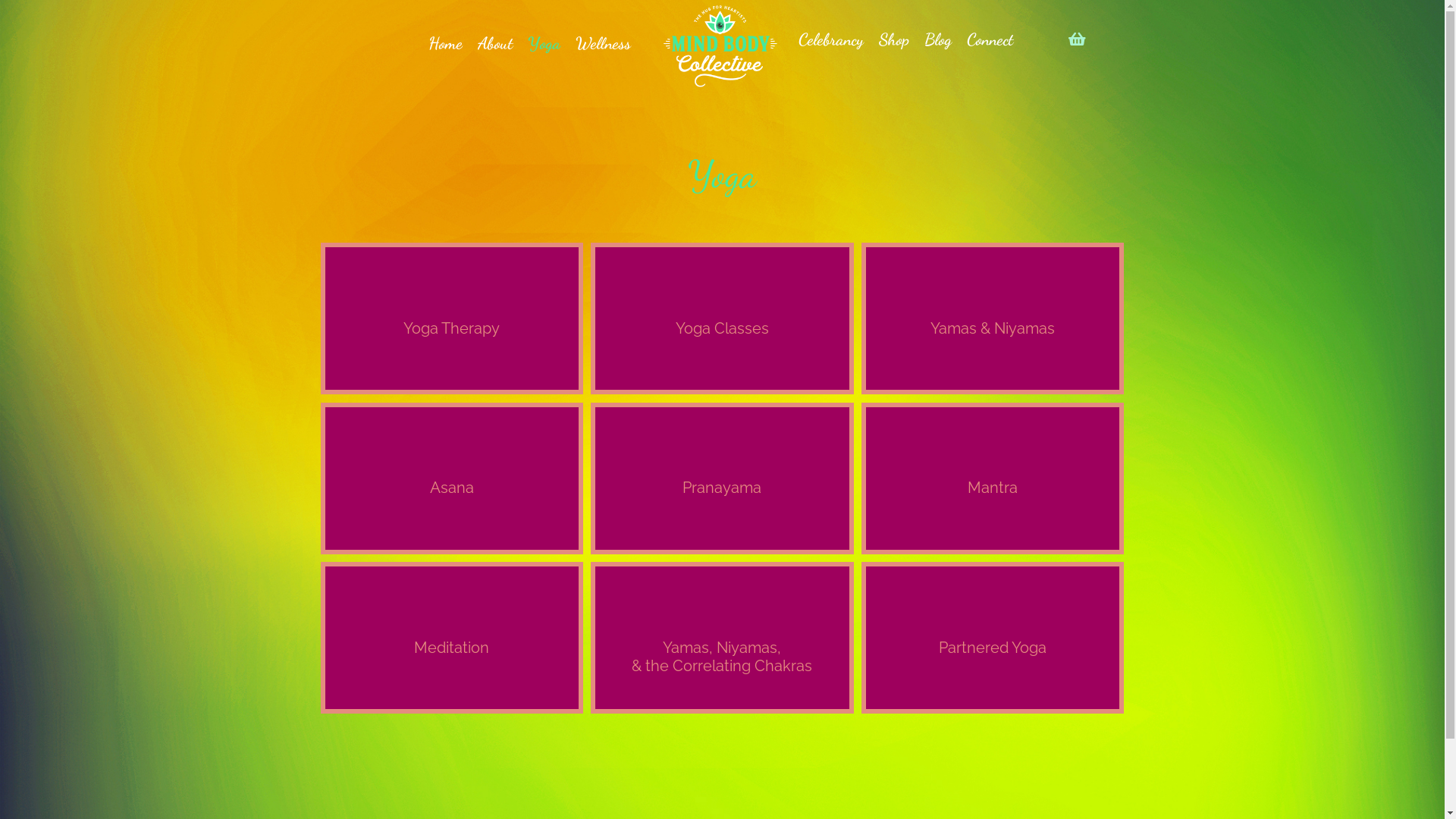 The image size is (1456, 819). What do you see at coordinates (450, 318) in the screenshot?
I see `'Yoga Therapy'` at bounding box center [450, 318].